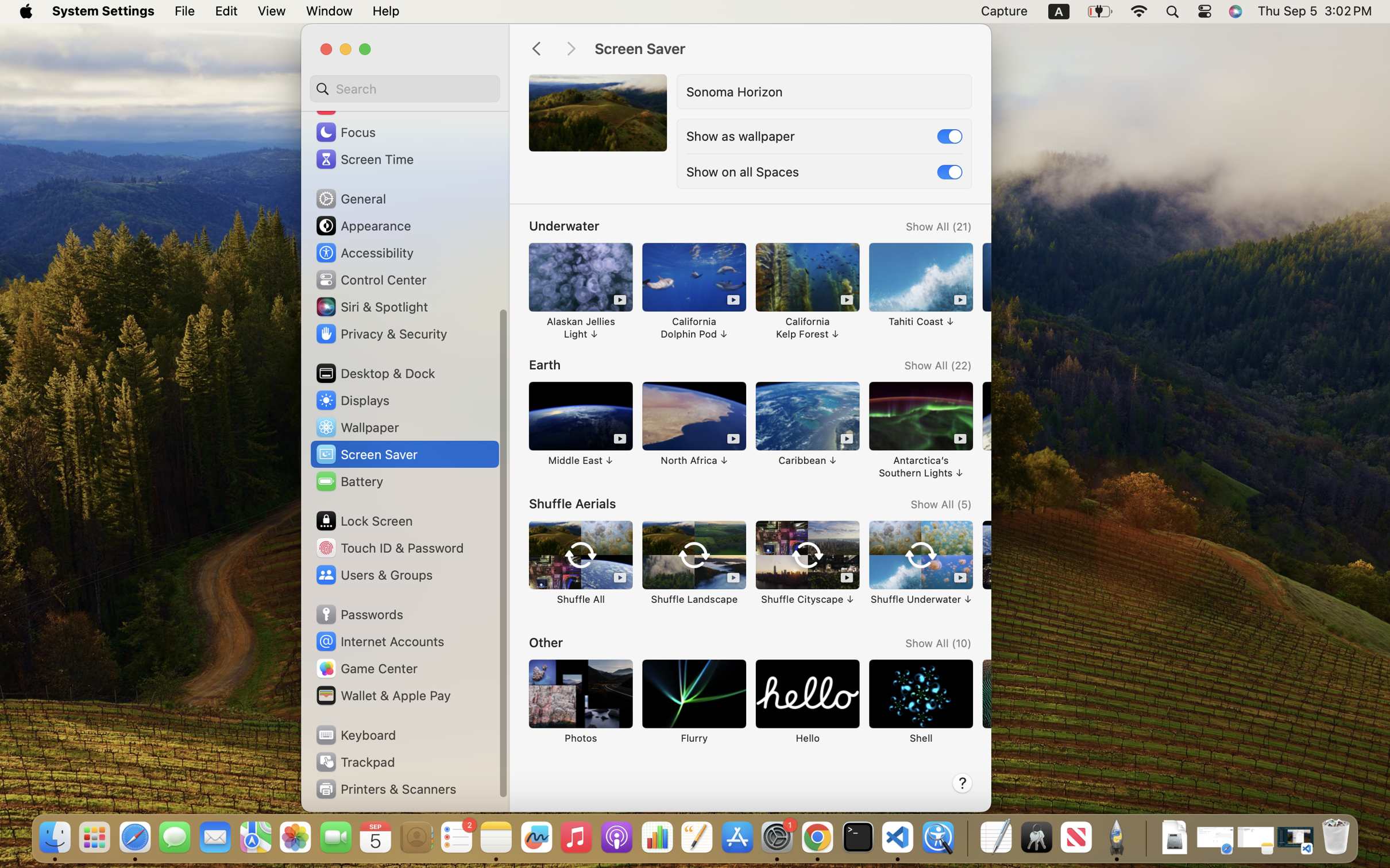  What do you see at coordinates (385, 788) in the screenshot?
I see `'Printers & Scanners'` at bounding box center [385, 788].